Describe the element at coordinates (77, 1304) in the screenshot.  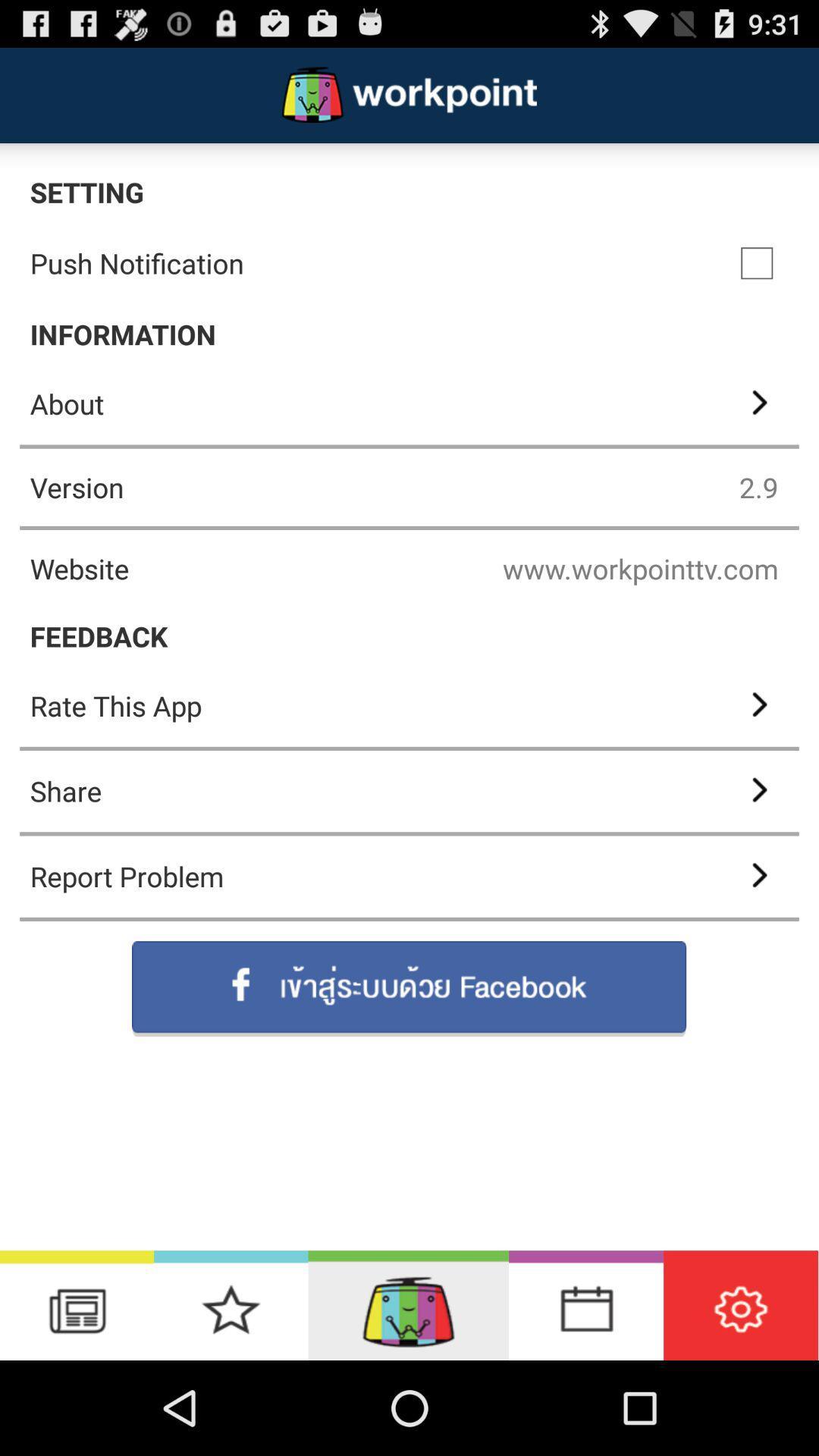
I see `to watch the news` at that location.